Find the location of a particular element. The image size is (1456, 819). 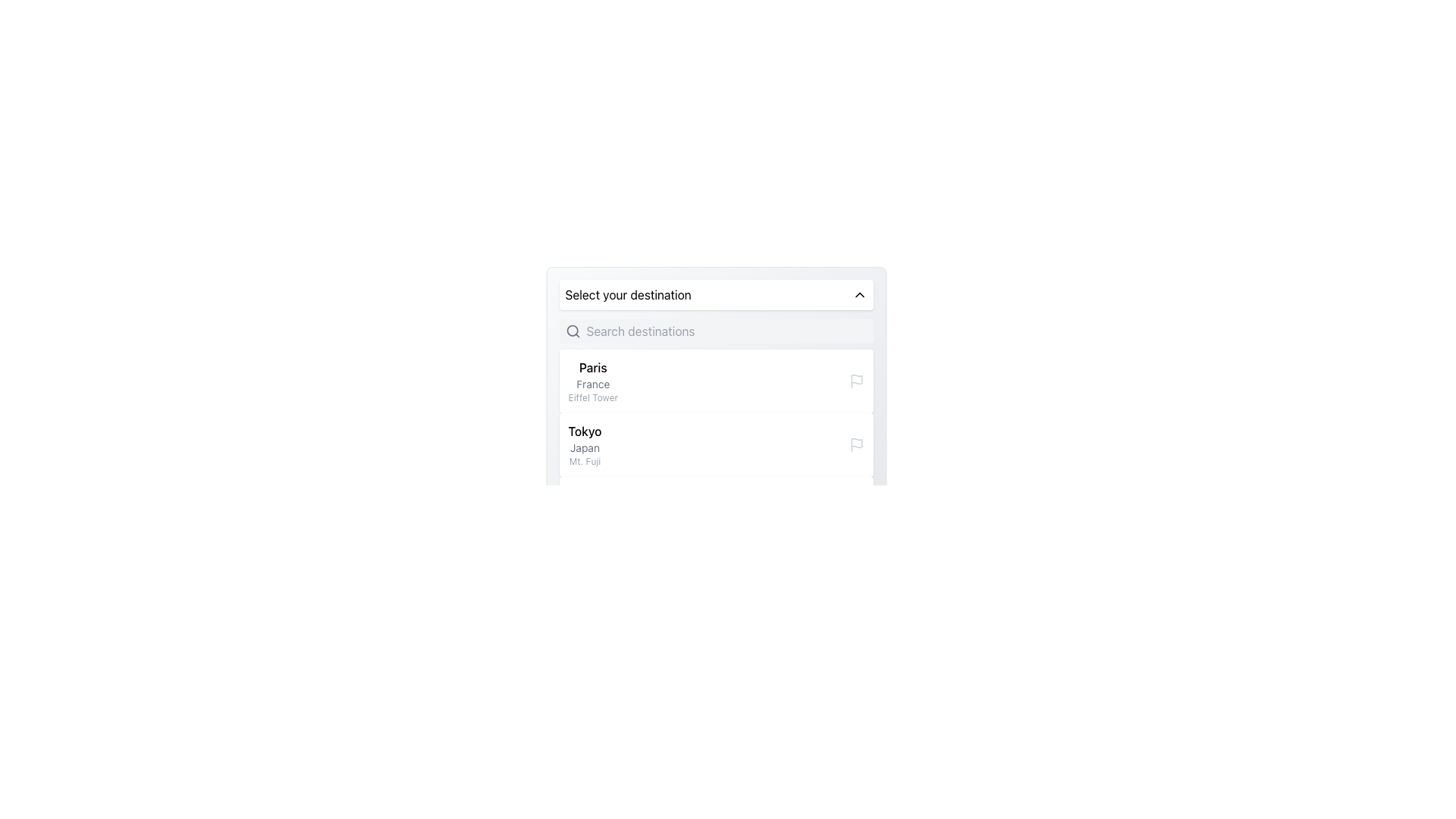

the dropdown list item for 'Tokyo' is located at coordinates (715, 444).